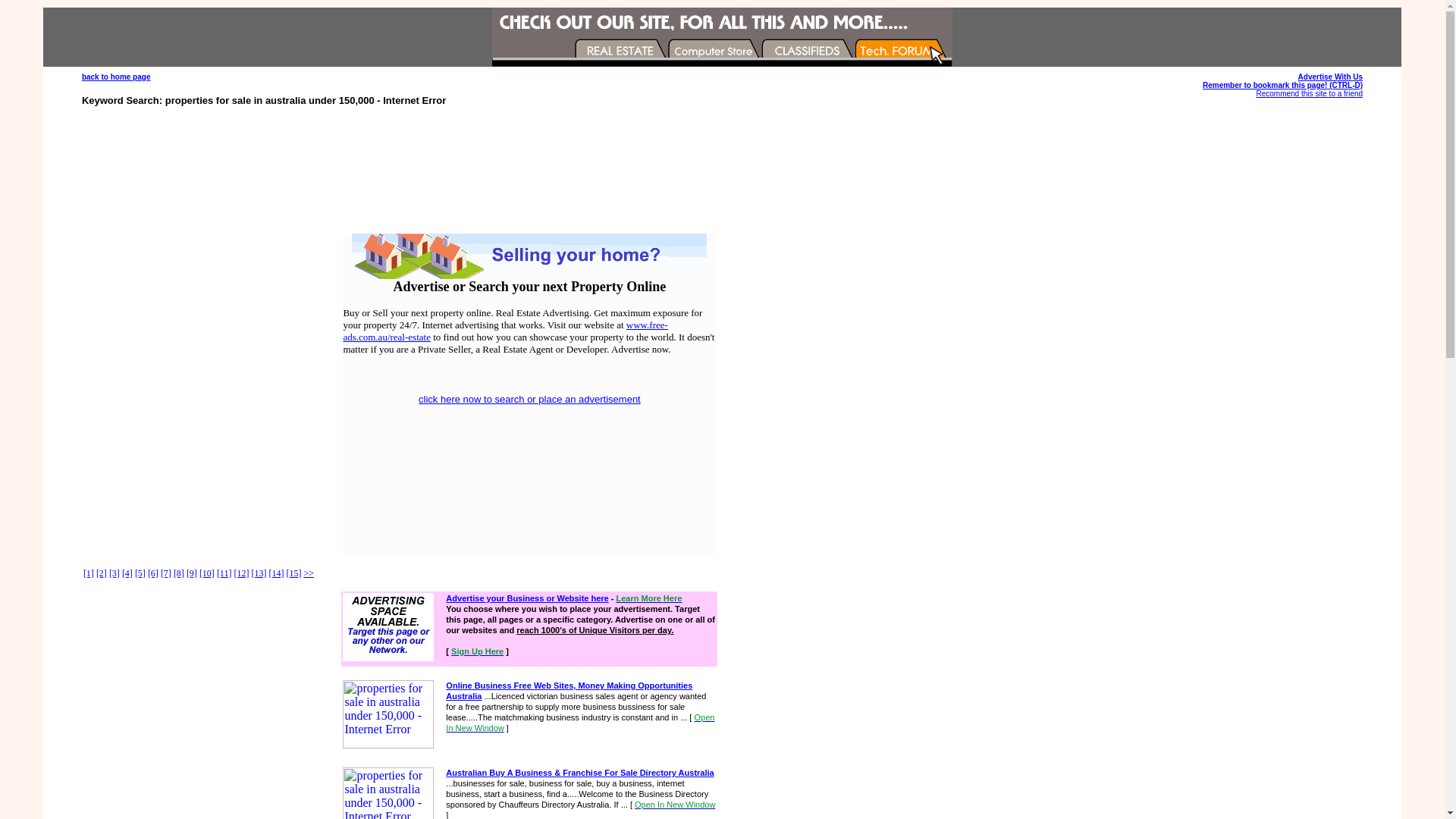  Describe the element at coordinates (505, 330) in the screenshot. I see `'www.free-ads.com.au/real-estate'` at that location.